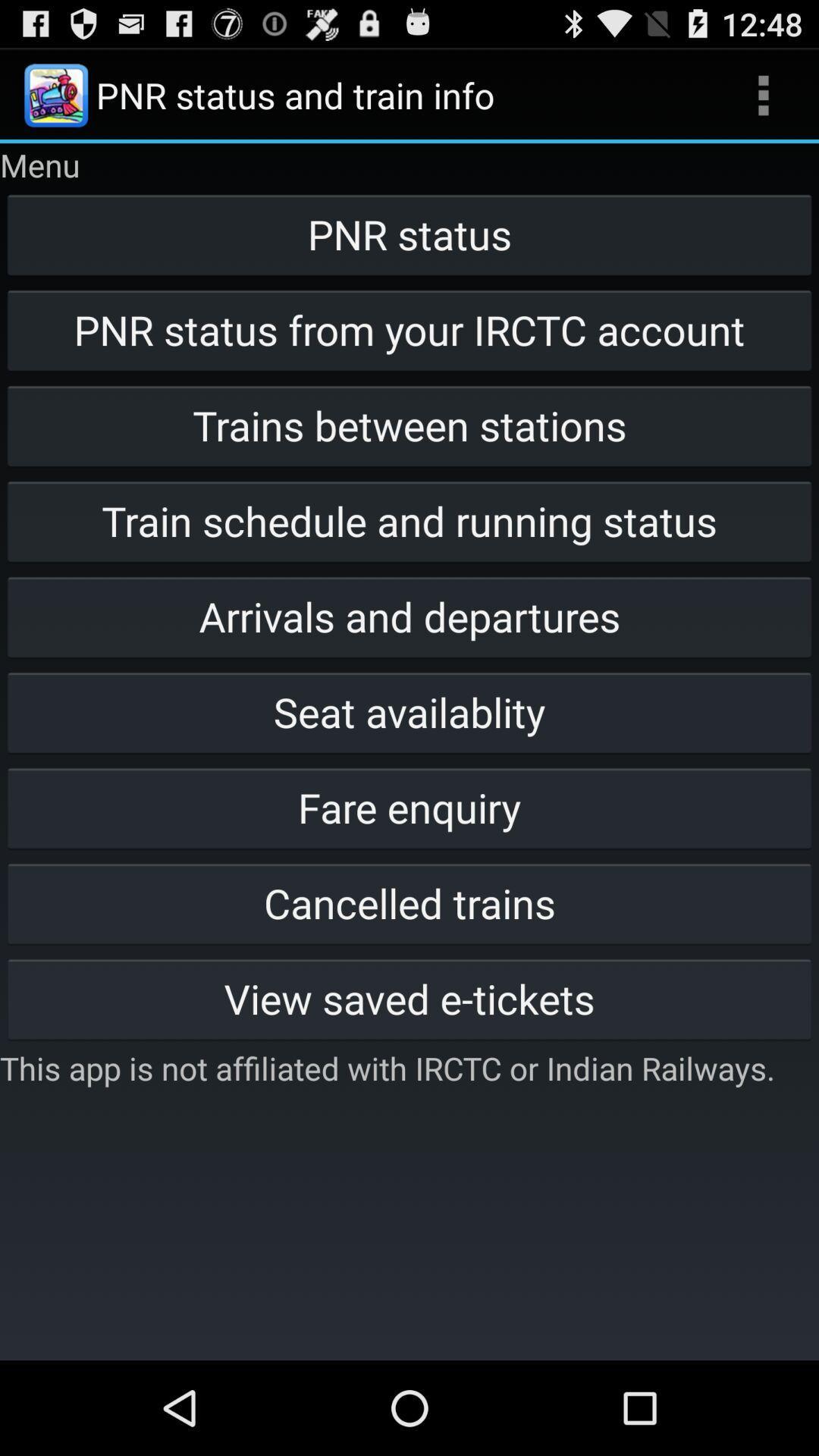 Image resolution: width=819 pixels, height=1456 pixels. What do you see at coordinates (409, 616) in the screenshot?
I see `the button below train schedule and icon` at bounding box center [409, 616].